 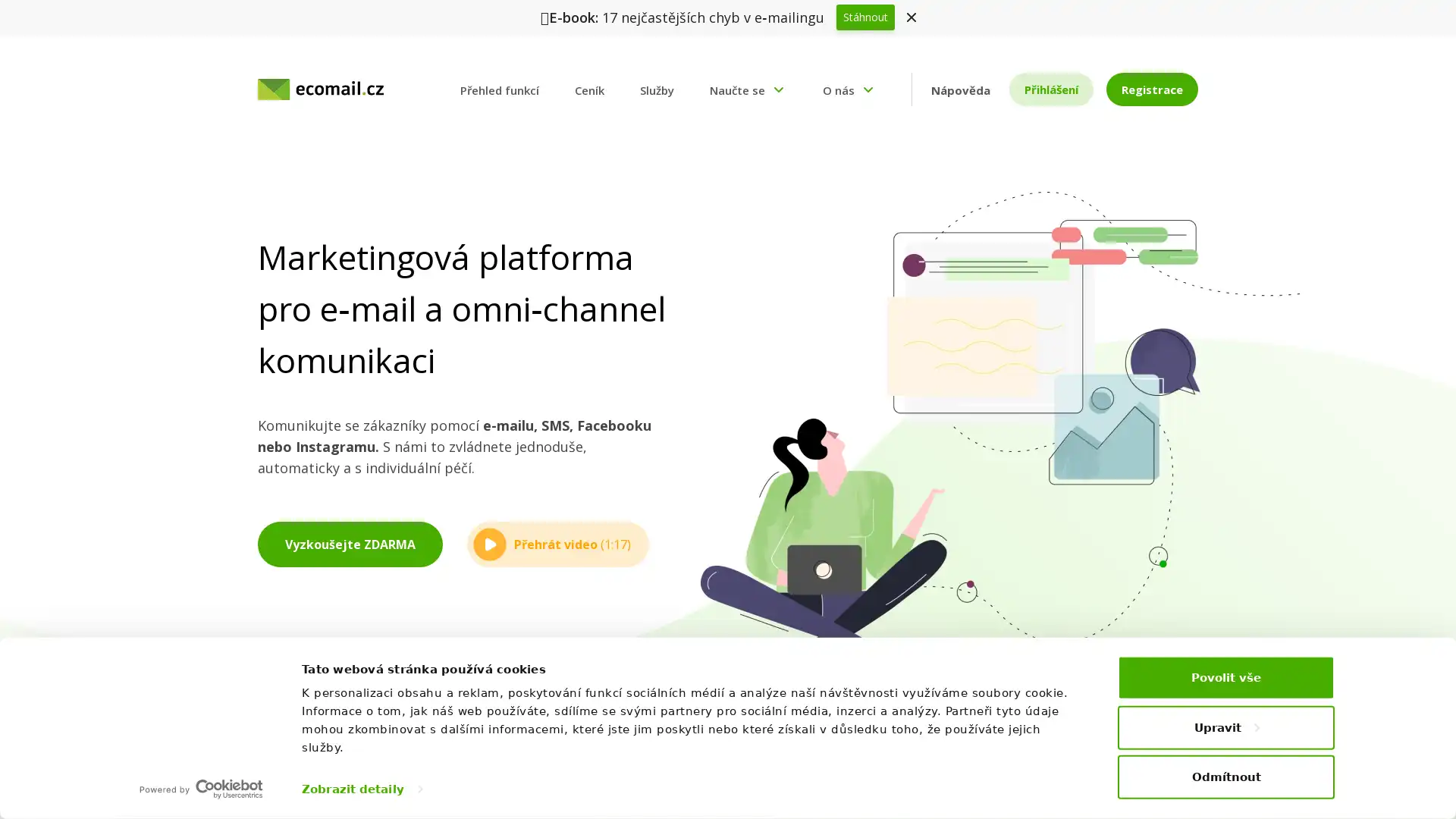 I want to click on Odmitnout, so click(x=1226, y=776).